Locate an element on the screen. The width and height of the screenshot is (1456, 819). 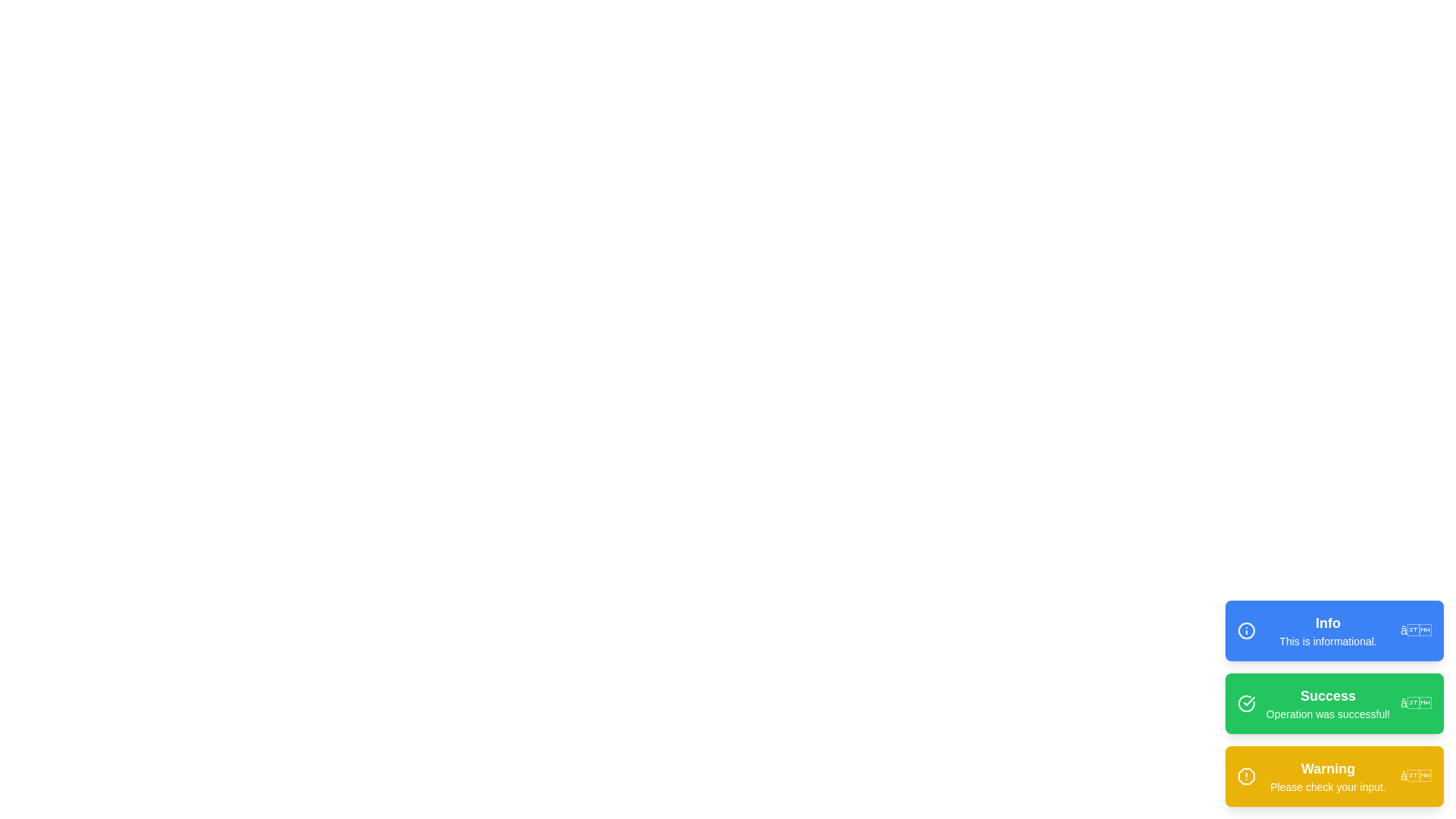
informational text label that provides additional context about the 'Info' notification, located in the top blue section of the notification boxes is located at coordinates (1327, 641).